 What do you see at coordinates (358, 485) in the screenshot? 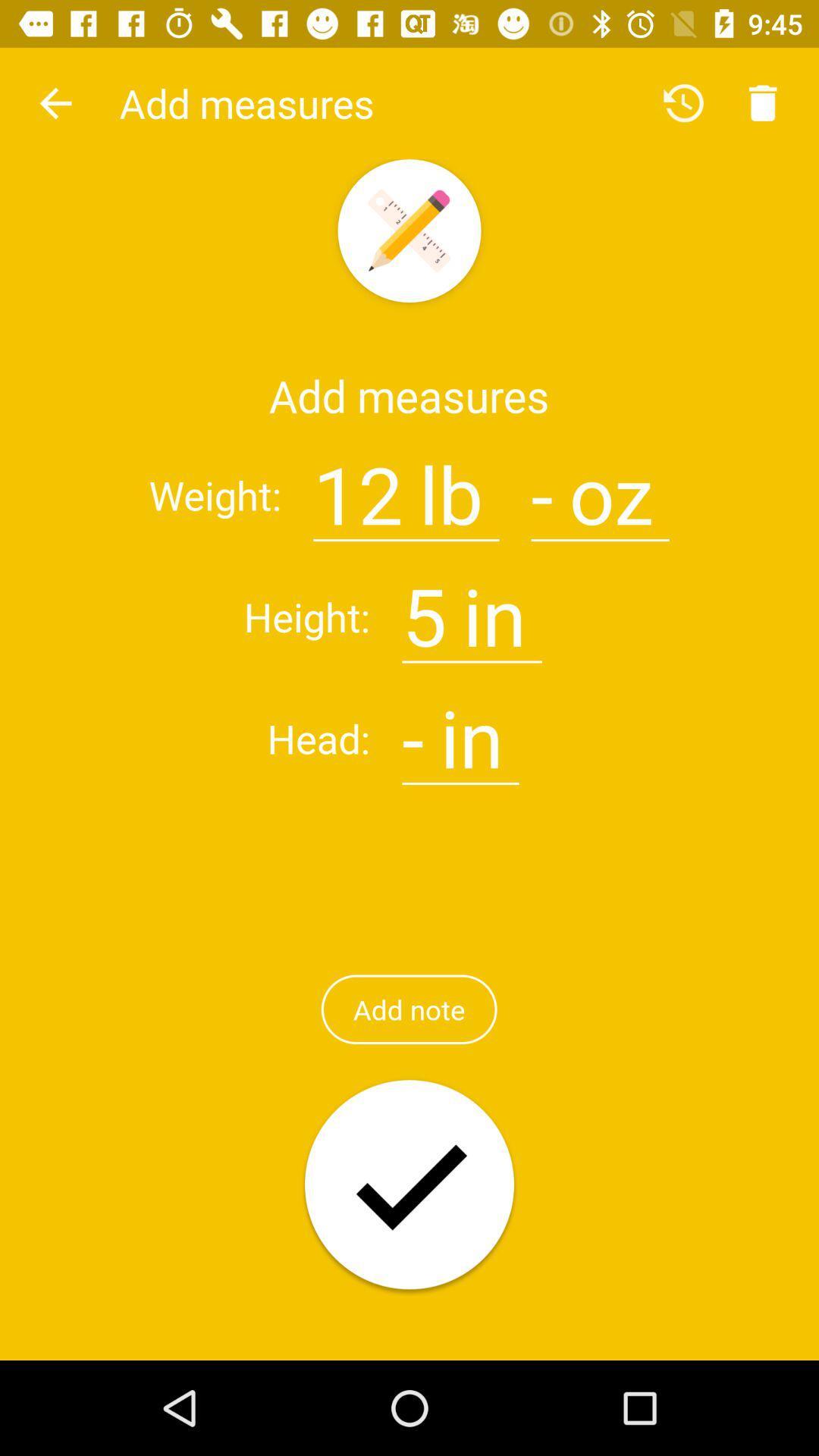
I see `the icon to the left of lb item` at bounding box center [358, 485].